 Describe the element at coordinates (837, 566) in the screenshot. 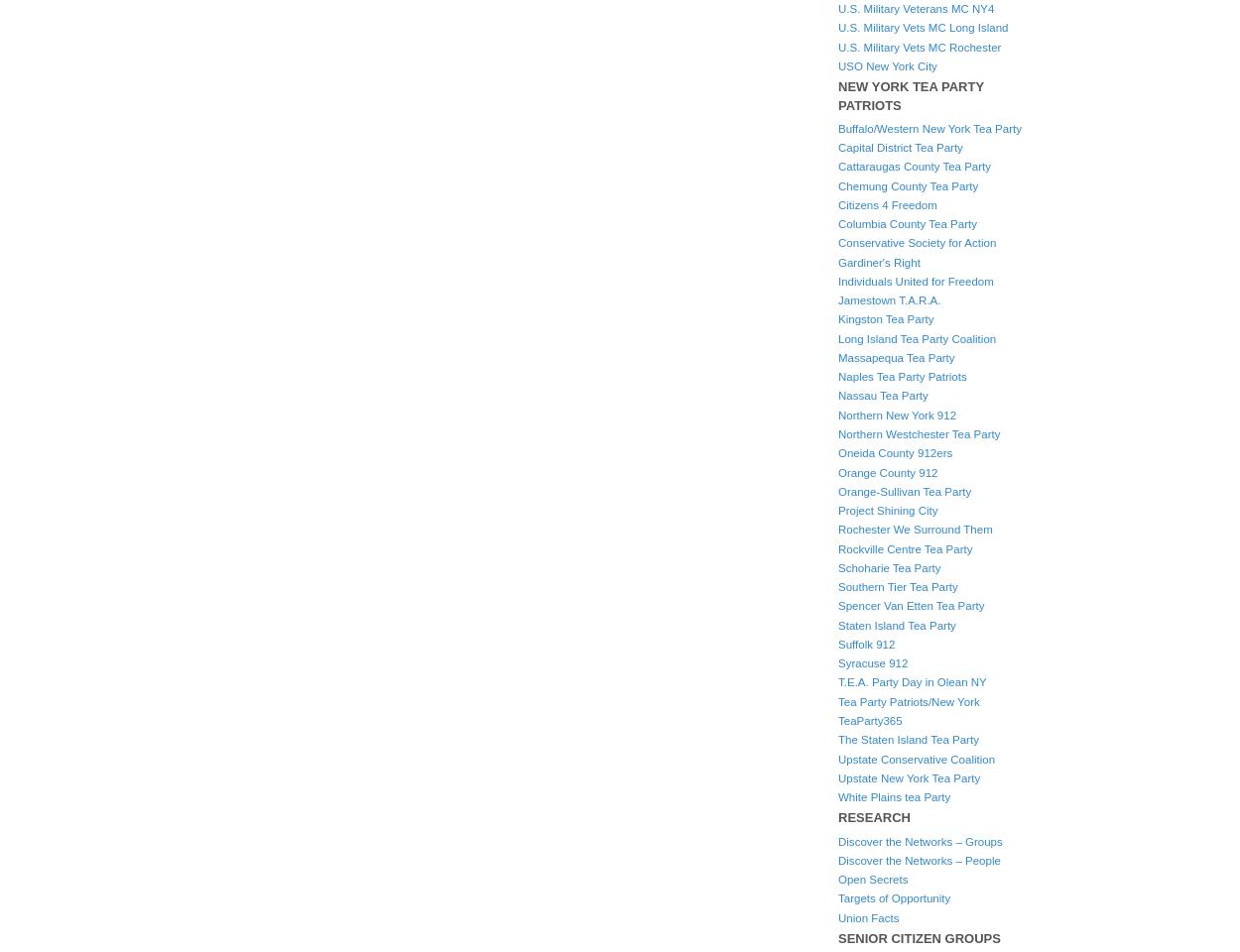

I see `'Schoharie Tea Party'` at that location.